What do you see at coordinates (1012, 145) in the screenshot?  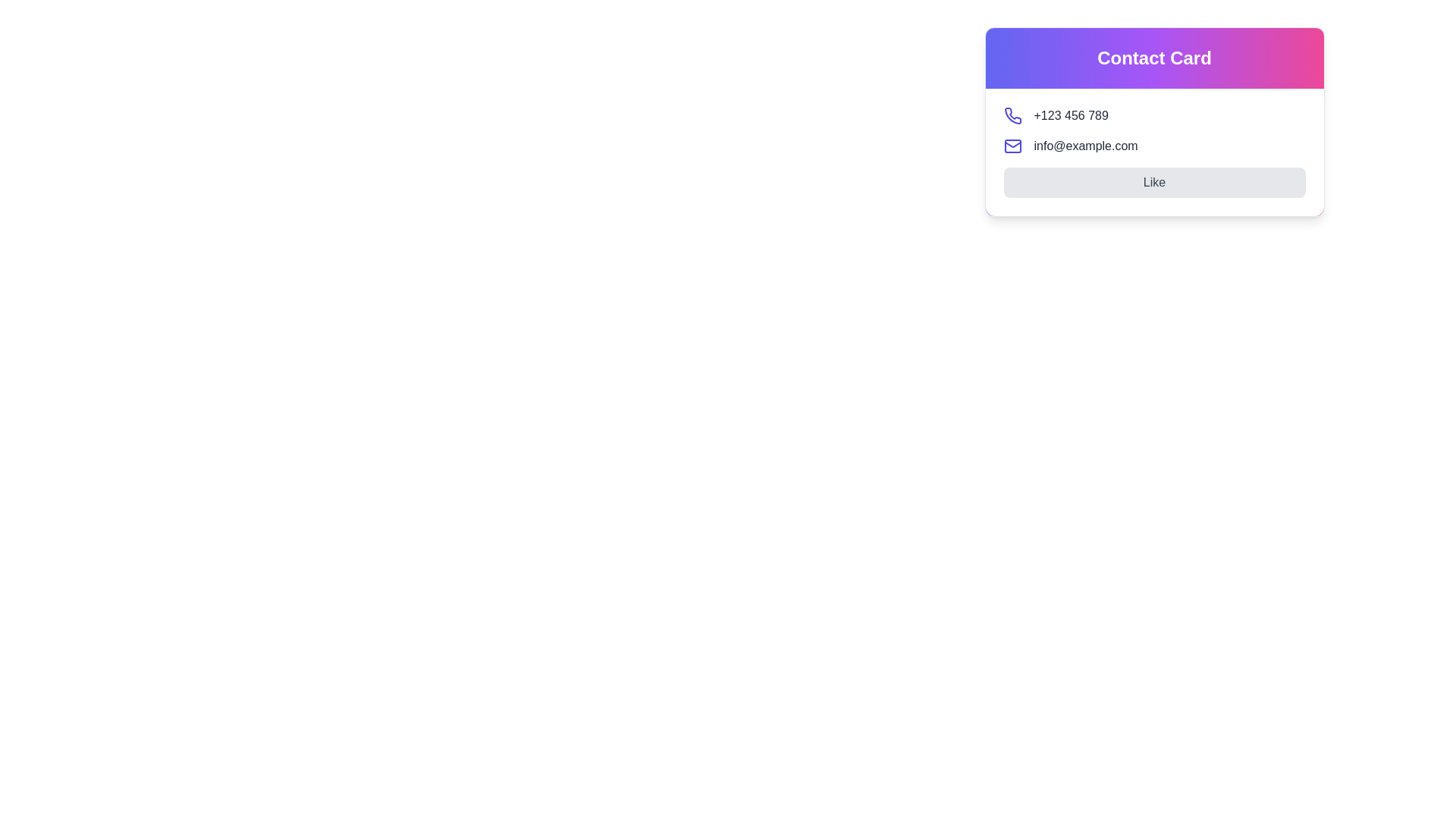 I see `the upper line of the envelope in the mail icon located in the contact card, situated between the phone icon and the email address text` at bounding box center [1012, 145].